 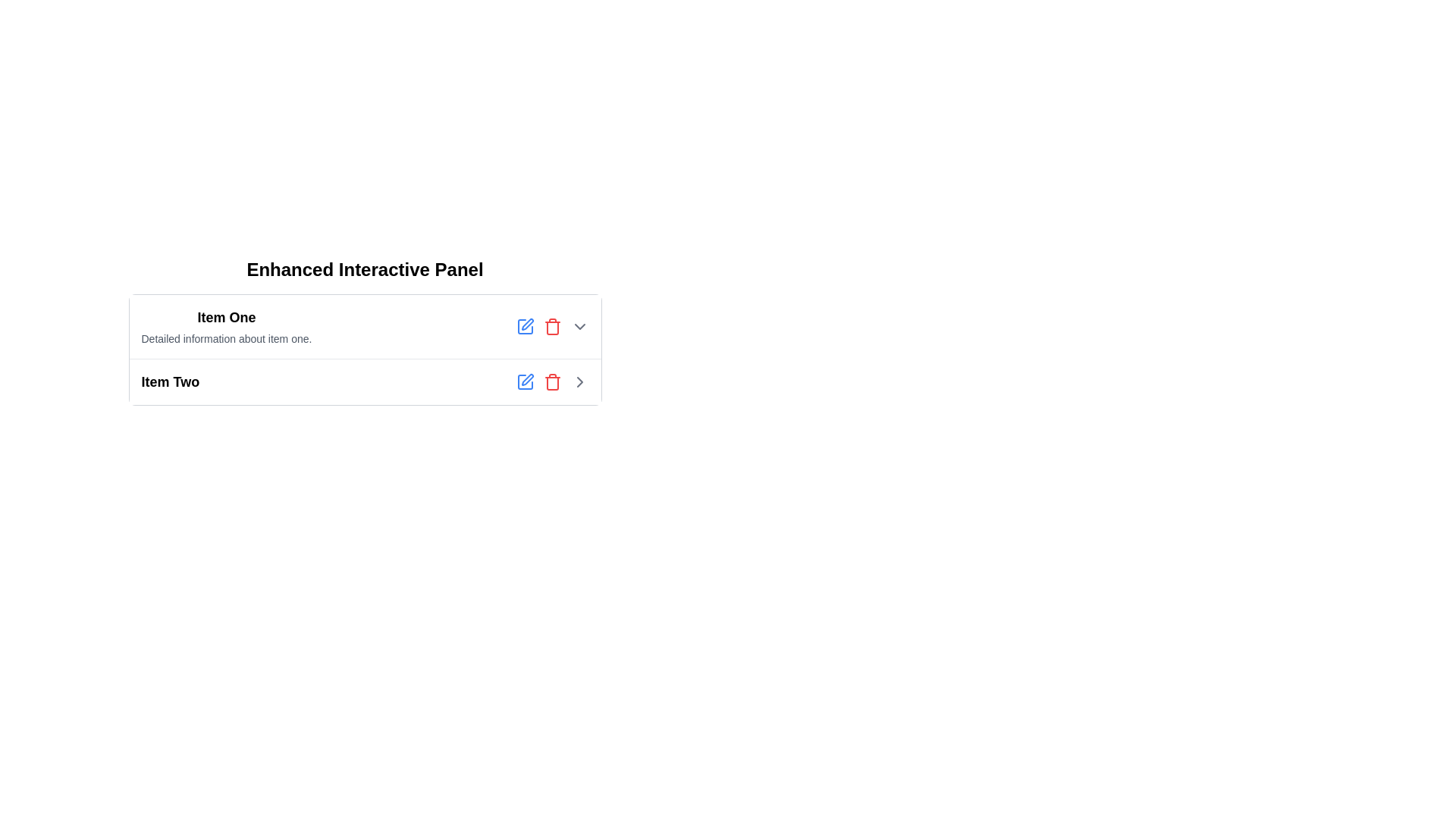 What do you see at coordinates (527, 324) in the screenshot?
I see `the pen icon located to the right of 'Item One' to initiate the edit action` at bounding box center [527, 324].